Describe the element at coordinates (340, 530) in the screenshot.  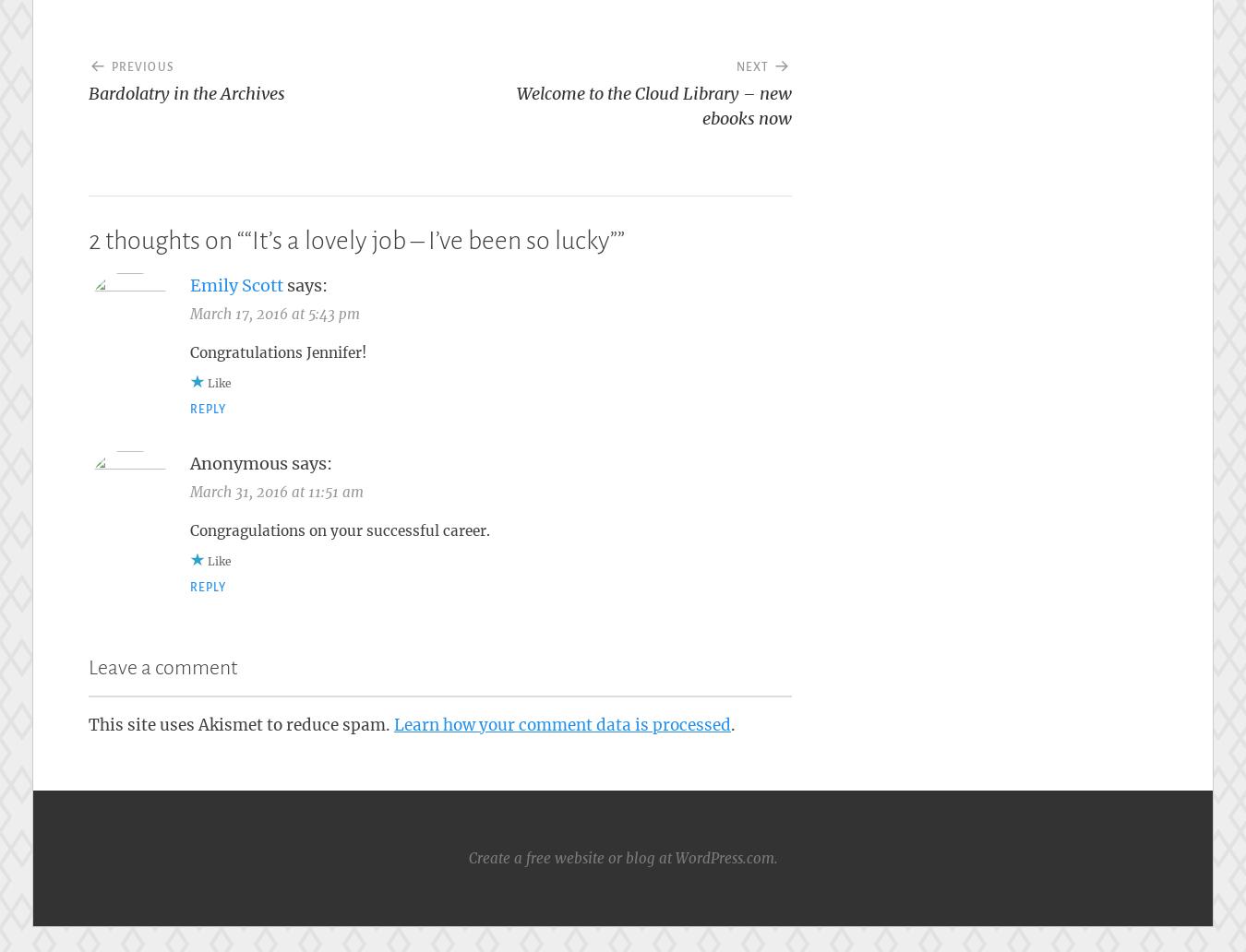
I see `'Congragulations on your successful career.'` at that location.